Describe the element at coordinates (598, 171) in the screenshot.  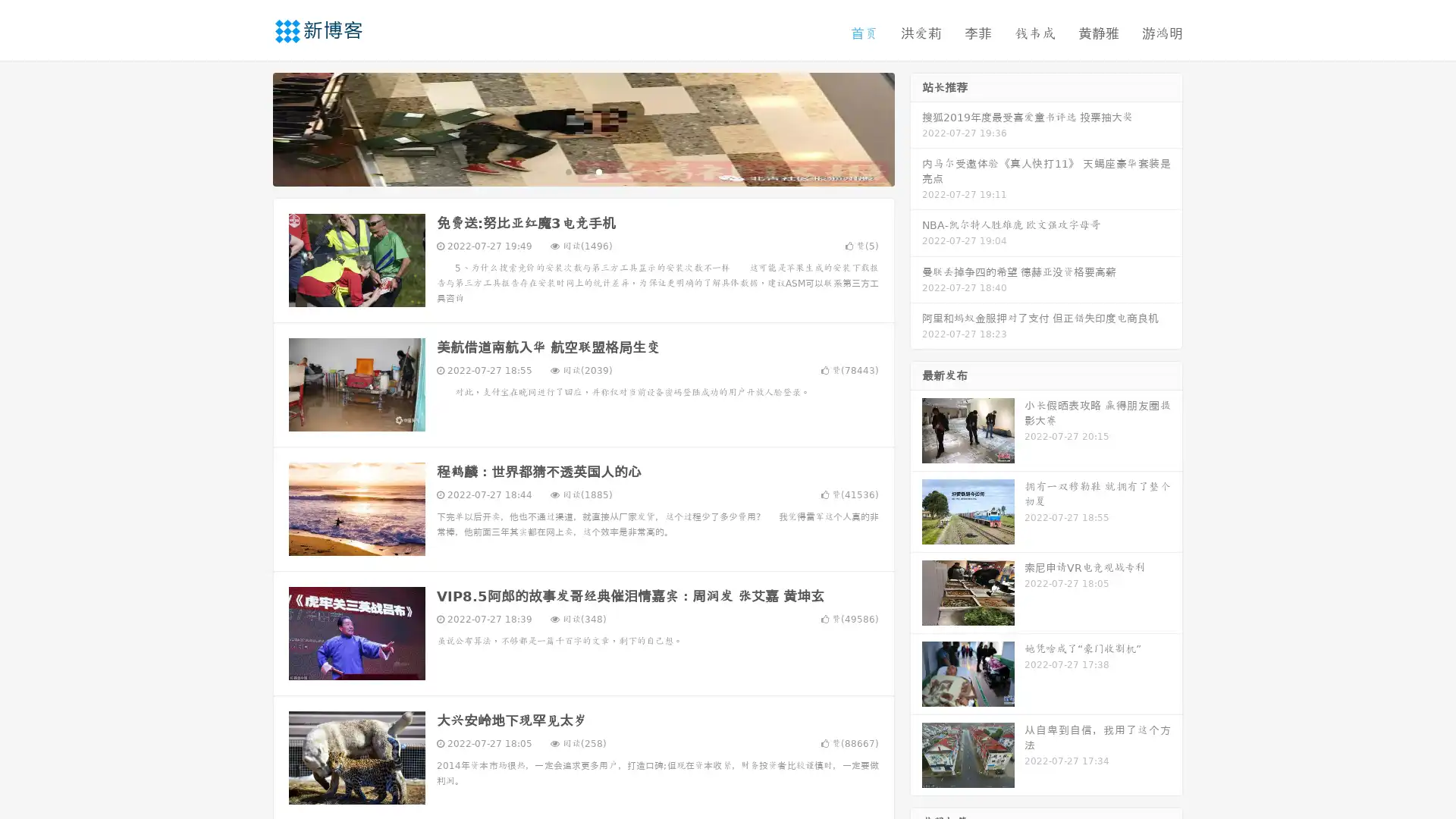
I see `Go to slide 3` at that location.